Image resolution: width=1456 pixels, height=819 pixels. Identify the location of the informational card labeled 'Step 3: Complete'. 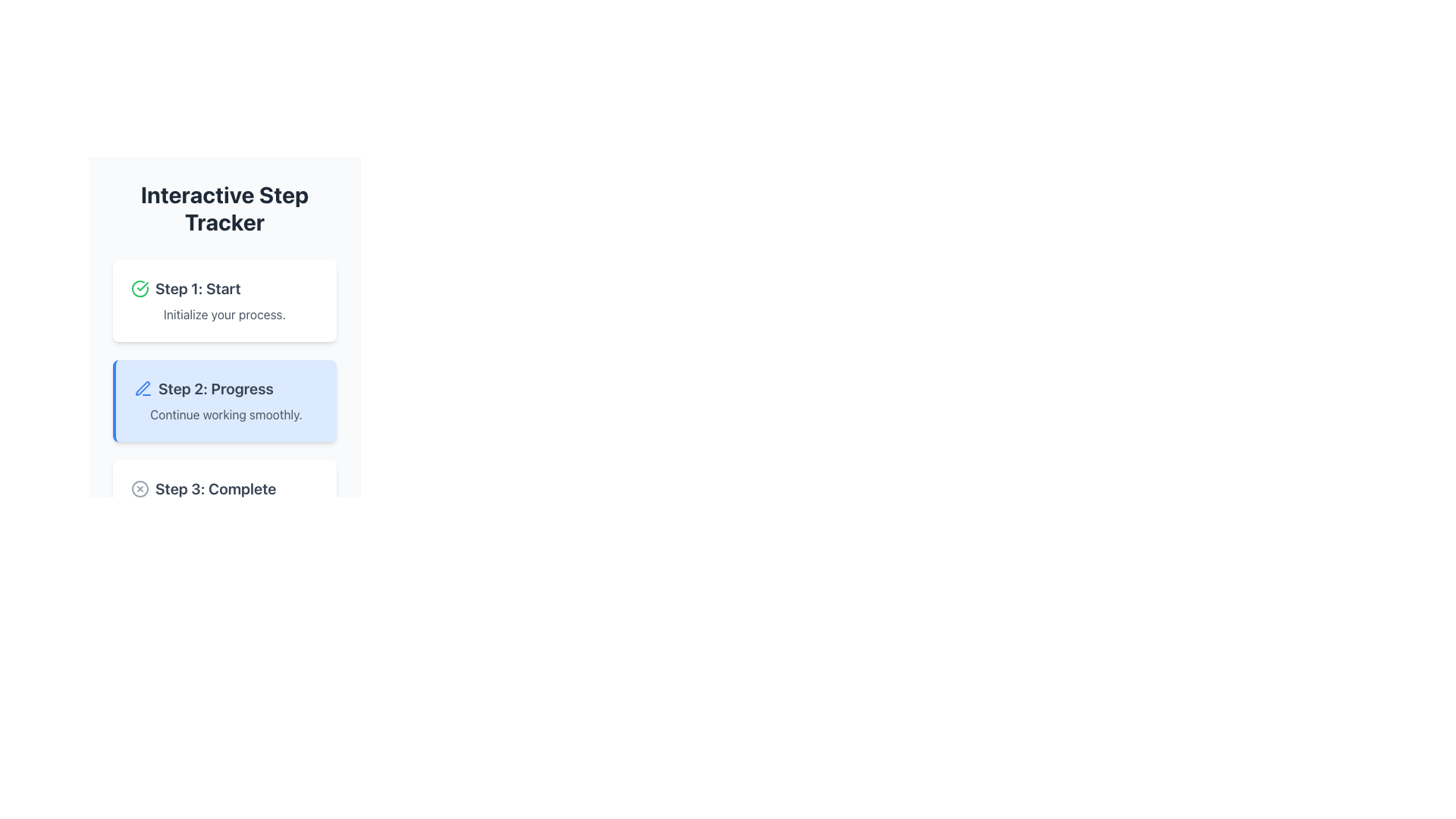
(224, 500).